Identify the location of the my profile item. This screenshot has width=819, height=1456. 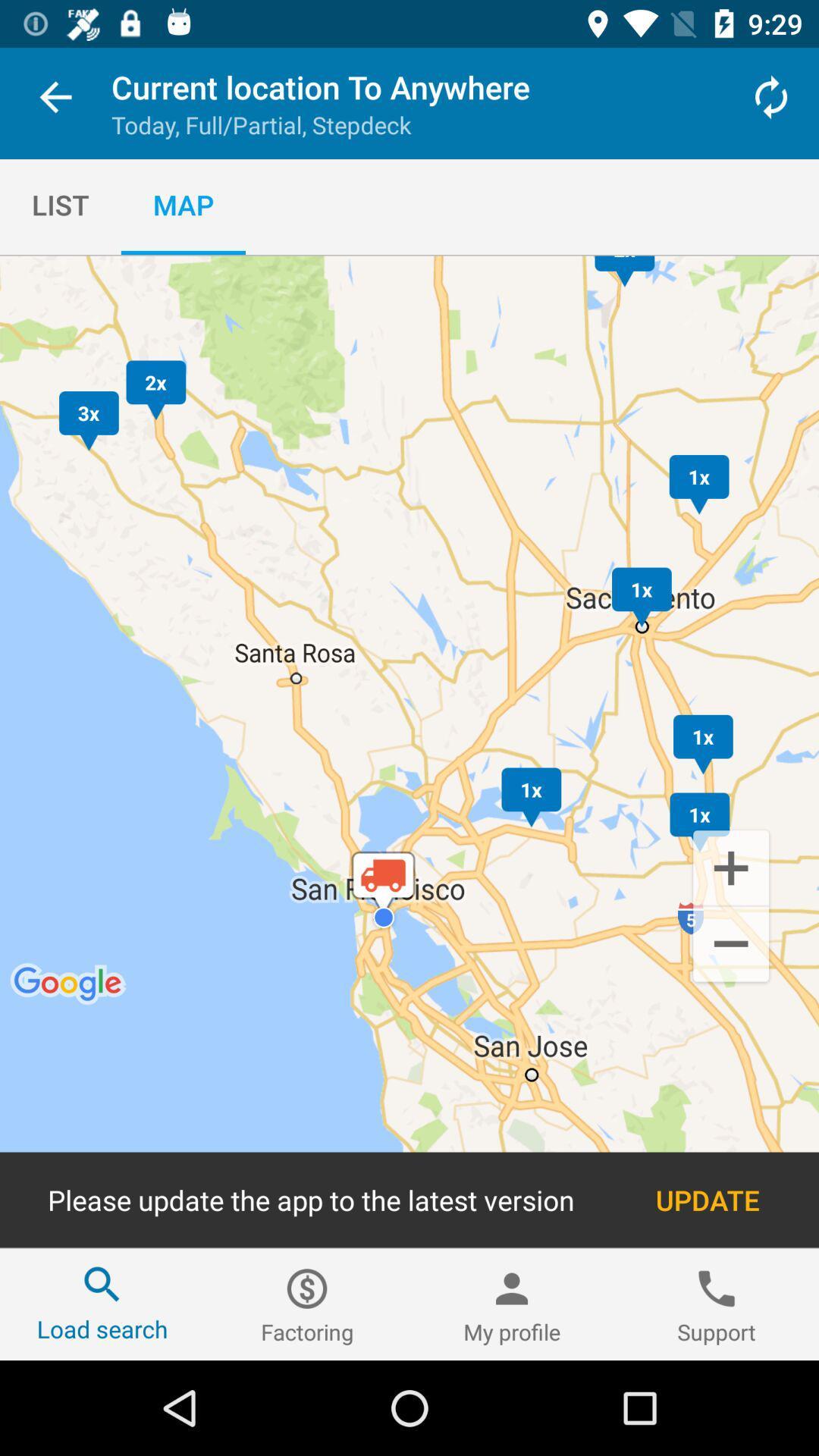
(512, 1304).